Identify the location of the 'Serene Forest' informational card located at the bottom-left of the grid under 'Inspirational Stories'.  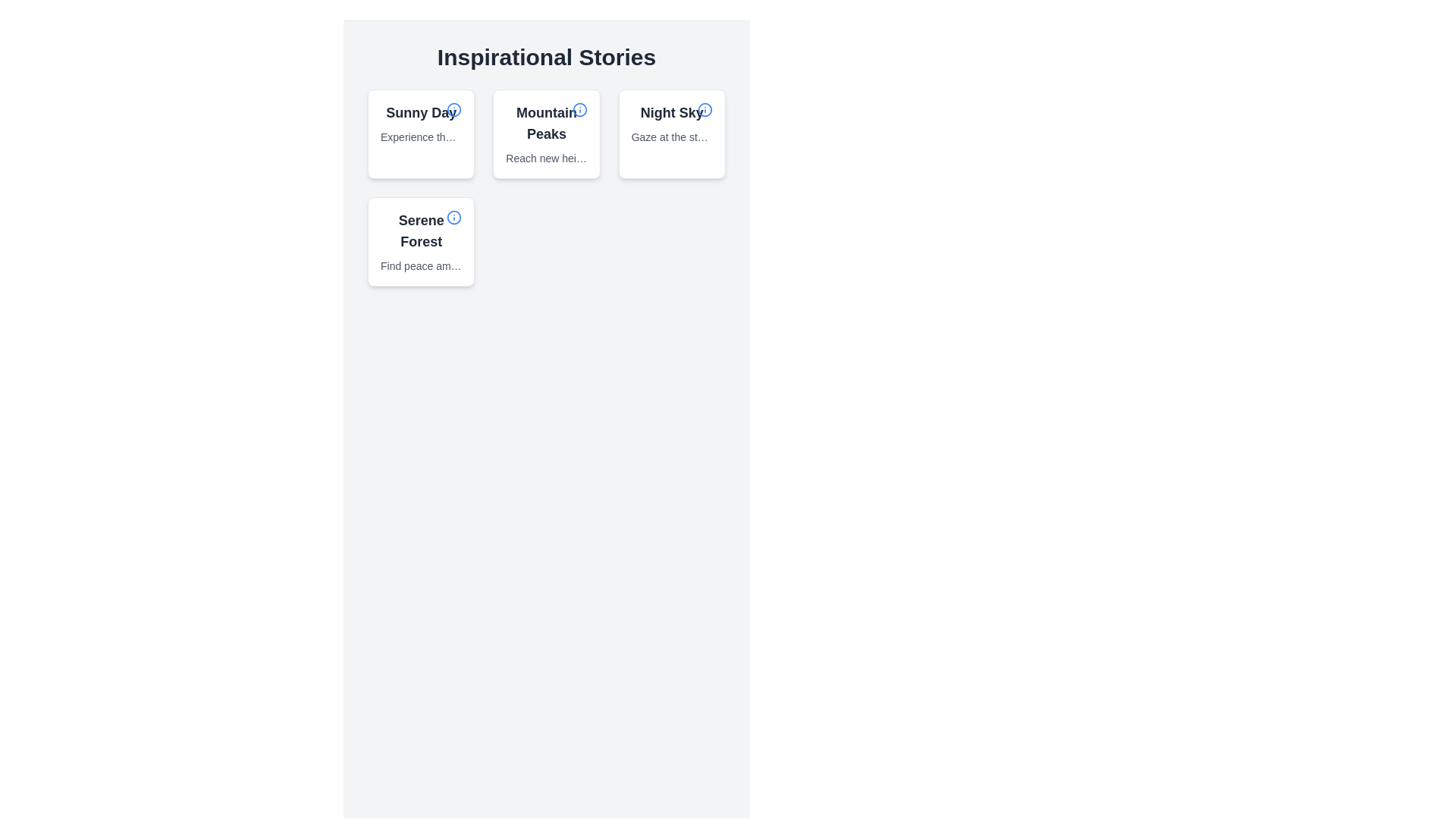
(421, 241).